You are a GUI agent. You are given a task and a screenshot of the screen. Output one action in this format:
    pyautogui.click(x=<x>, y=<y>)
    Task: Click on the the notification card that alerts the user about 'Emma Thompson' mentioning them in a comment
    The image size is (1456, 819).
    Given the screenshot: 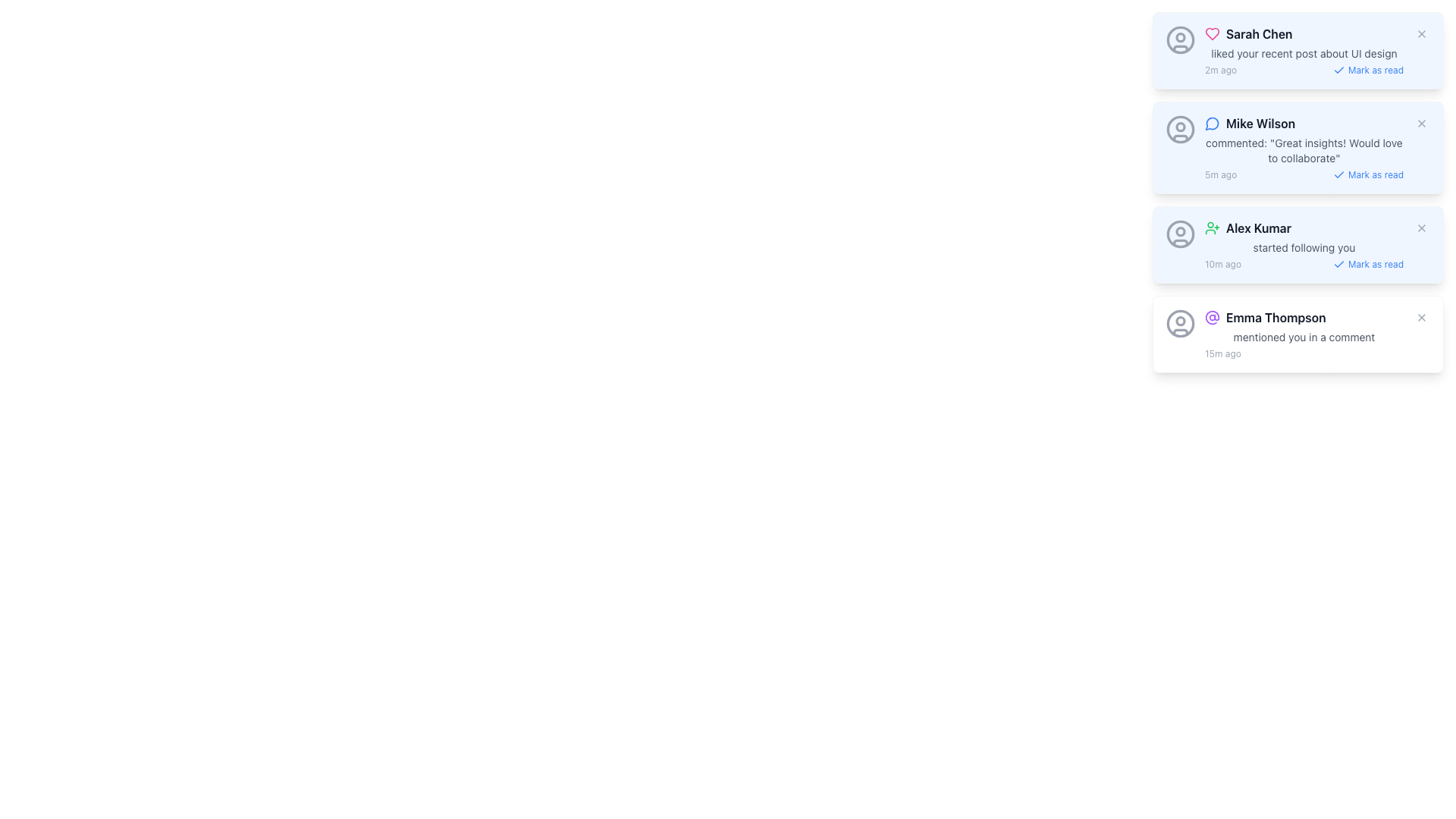 What is the action you would take?
    pyautogui.click(x=1303, y=333)
    